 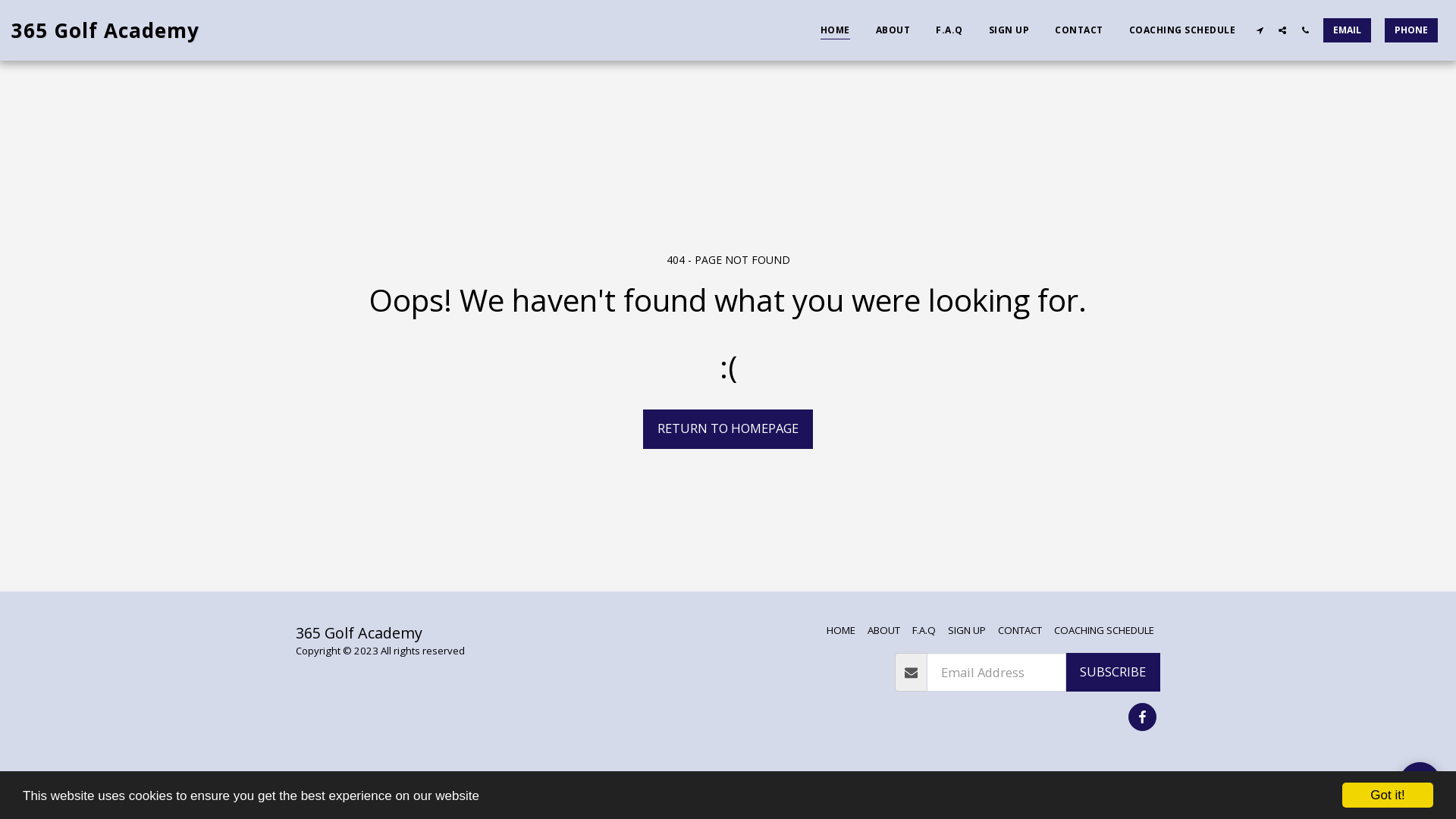 What do you see at coordinates (1078, 29) in the screenshot?
I see `'CONTACT'` at bounding box center [1078, 29].